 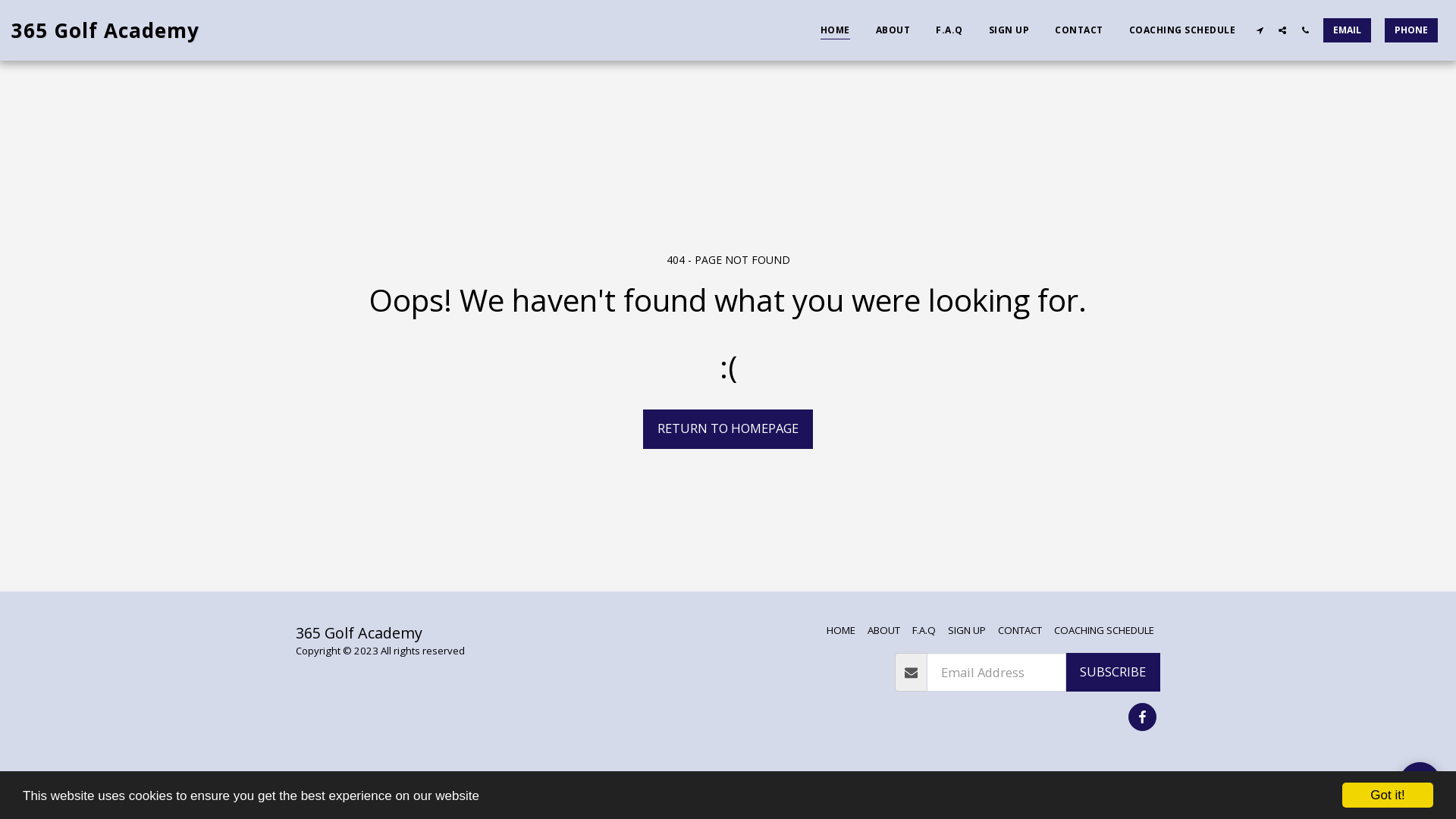 What do you see at coordinates (1078, 29) in the screenshot?
I see `'CONTACT'` at bounding box center [1078, 29].